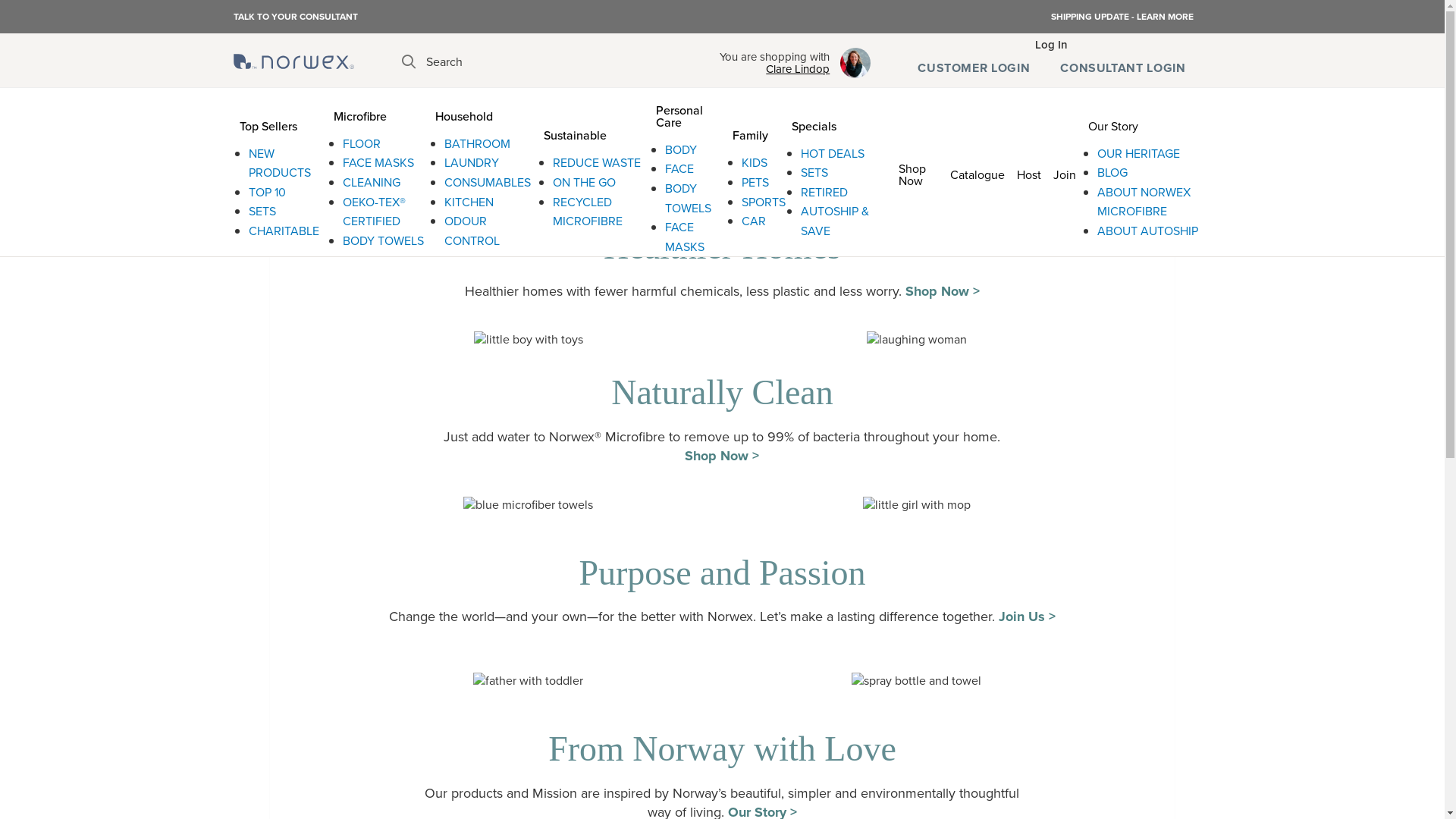 The image size is (1456, 819). I want to click on 'ABOUT AUTOSHIP', so click(1147, 231).